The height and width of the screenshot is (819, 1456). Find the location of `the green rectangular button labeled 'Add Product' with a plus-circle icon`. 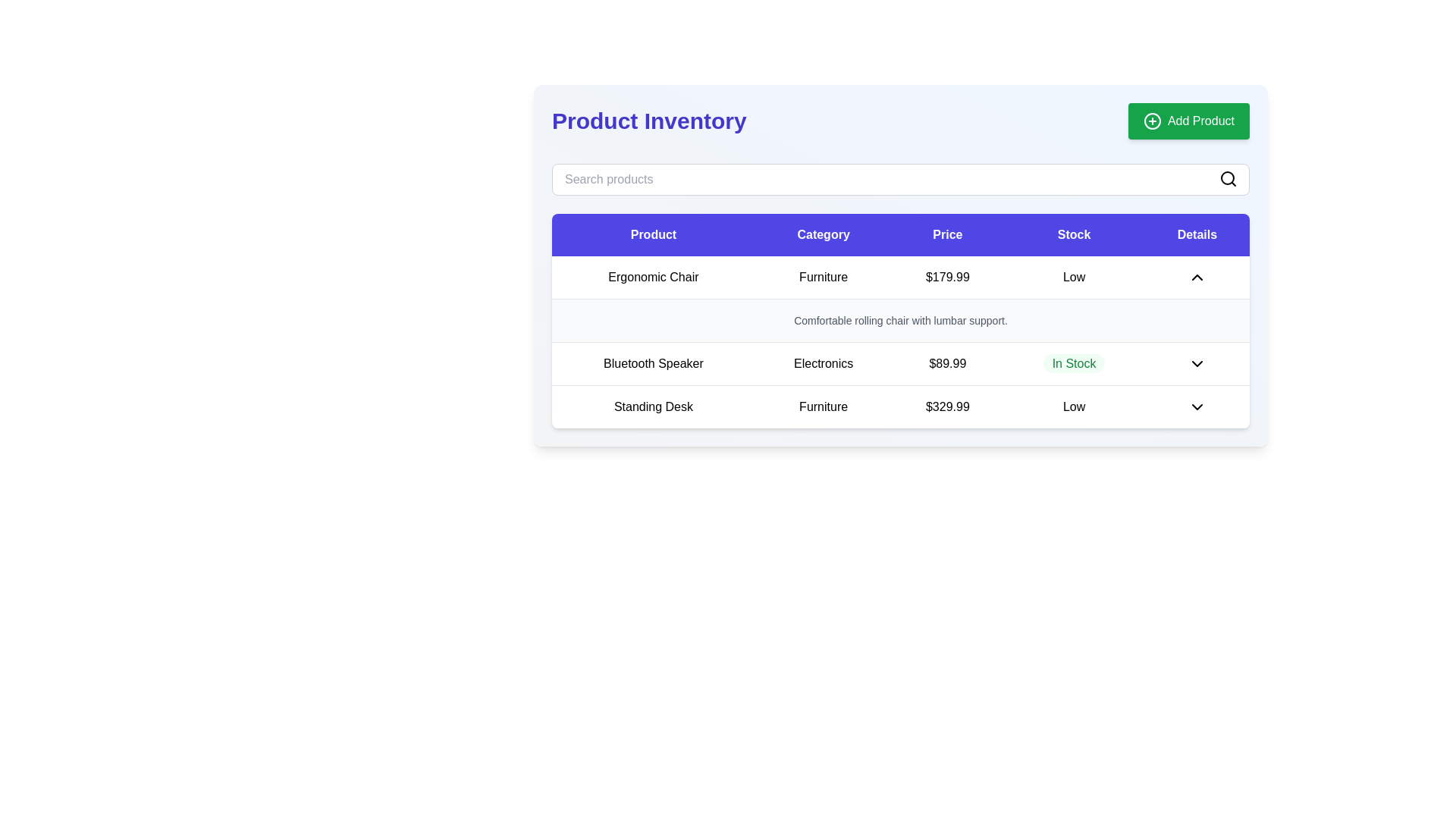

the green rectangular button labeled 'Add Product' with a plus-circle icon is located at coordinates (1188, 120).